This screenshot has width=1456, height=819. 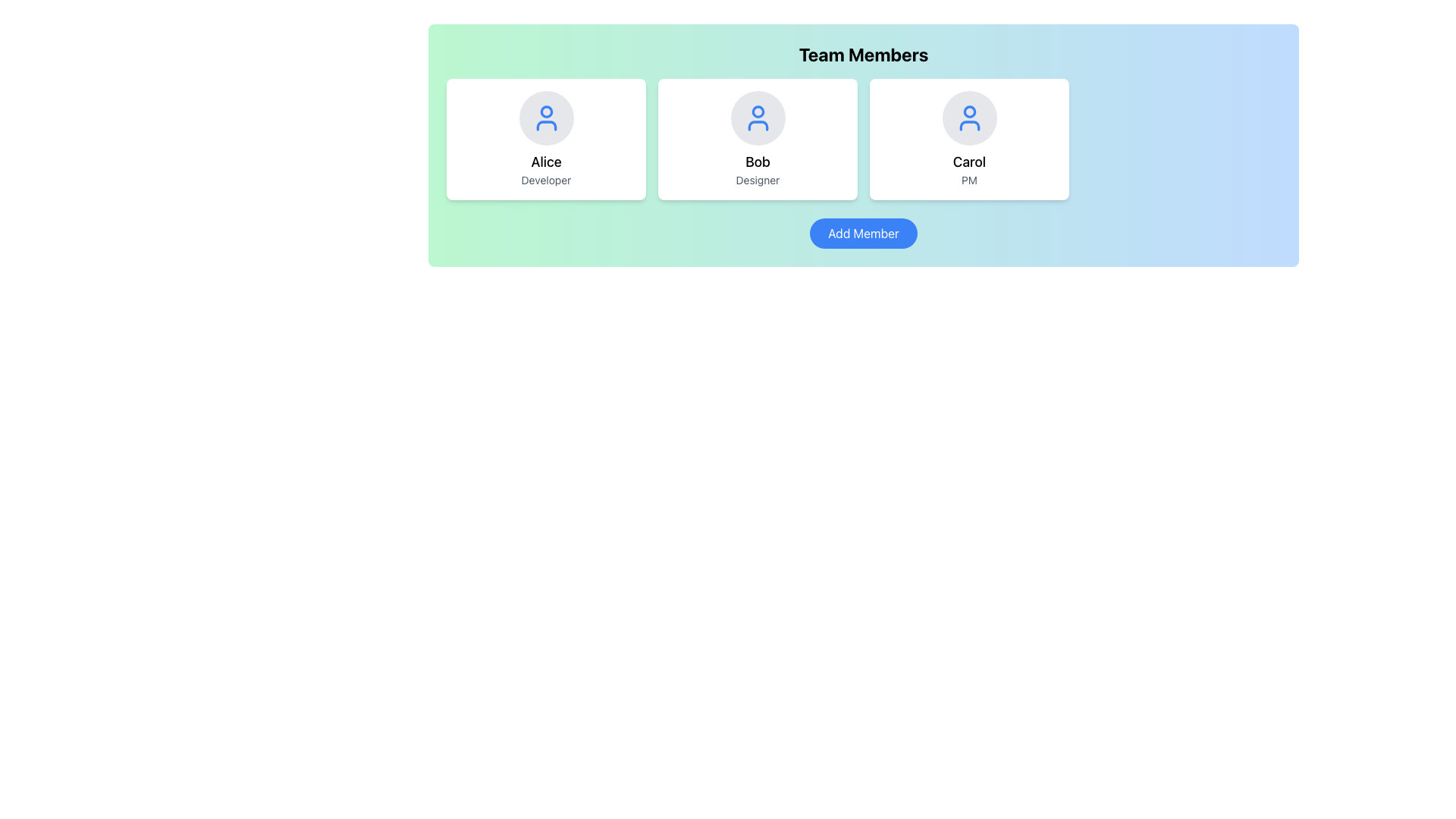 What do you see at coordinates (968, 117) in the screenshot?
I see `the circular icon with a light gray background and a blue user figure located at the top of the 'Carol' and 'PM' card, which is the third card from the left` at bounding box center [968, 117].